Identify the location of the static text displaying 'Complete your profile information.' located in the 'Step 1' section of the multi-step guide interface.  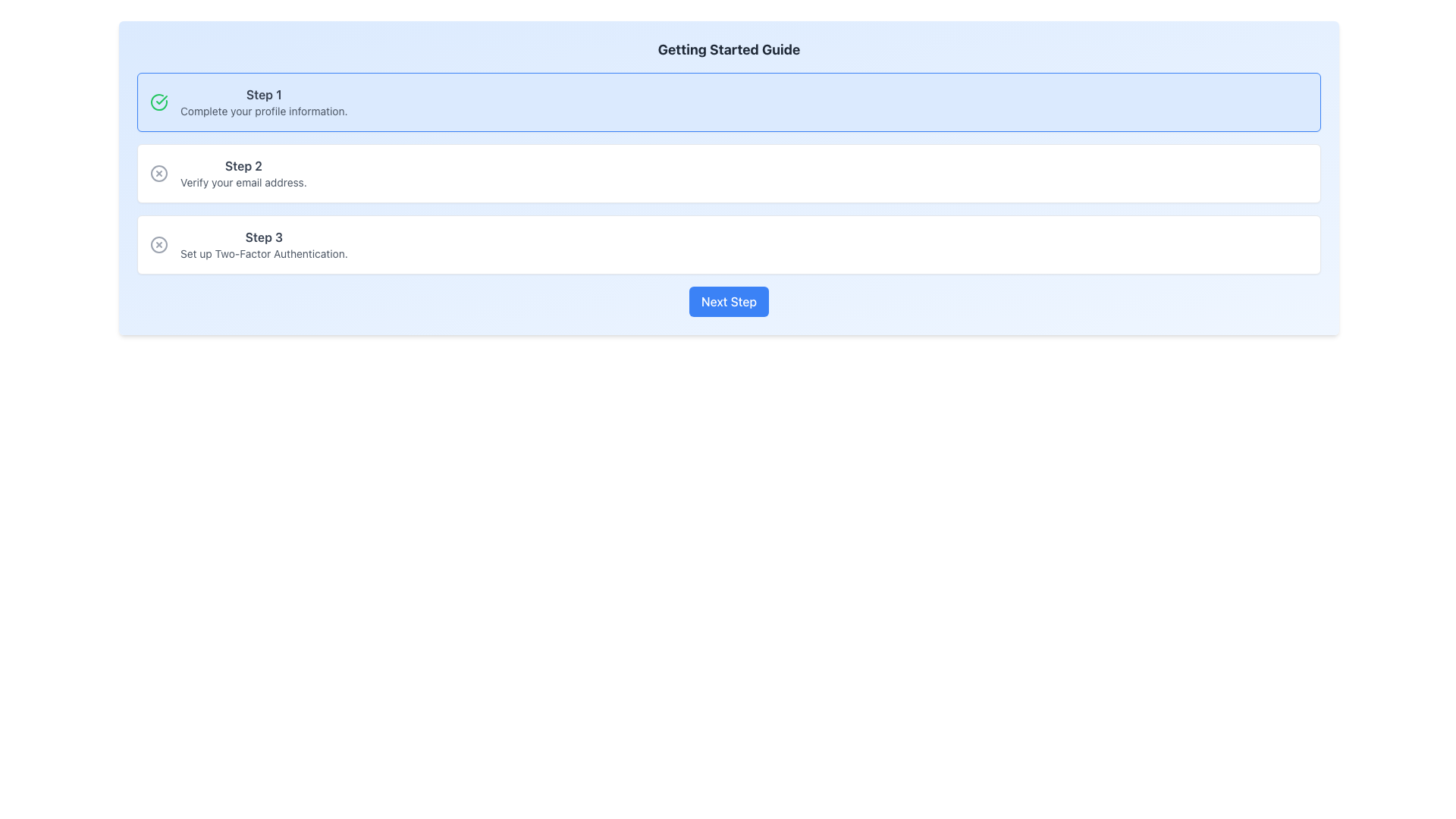
(264, 110).